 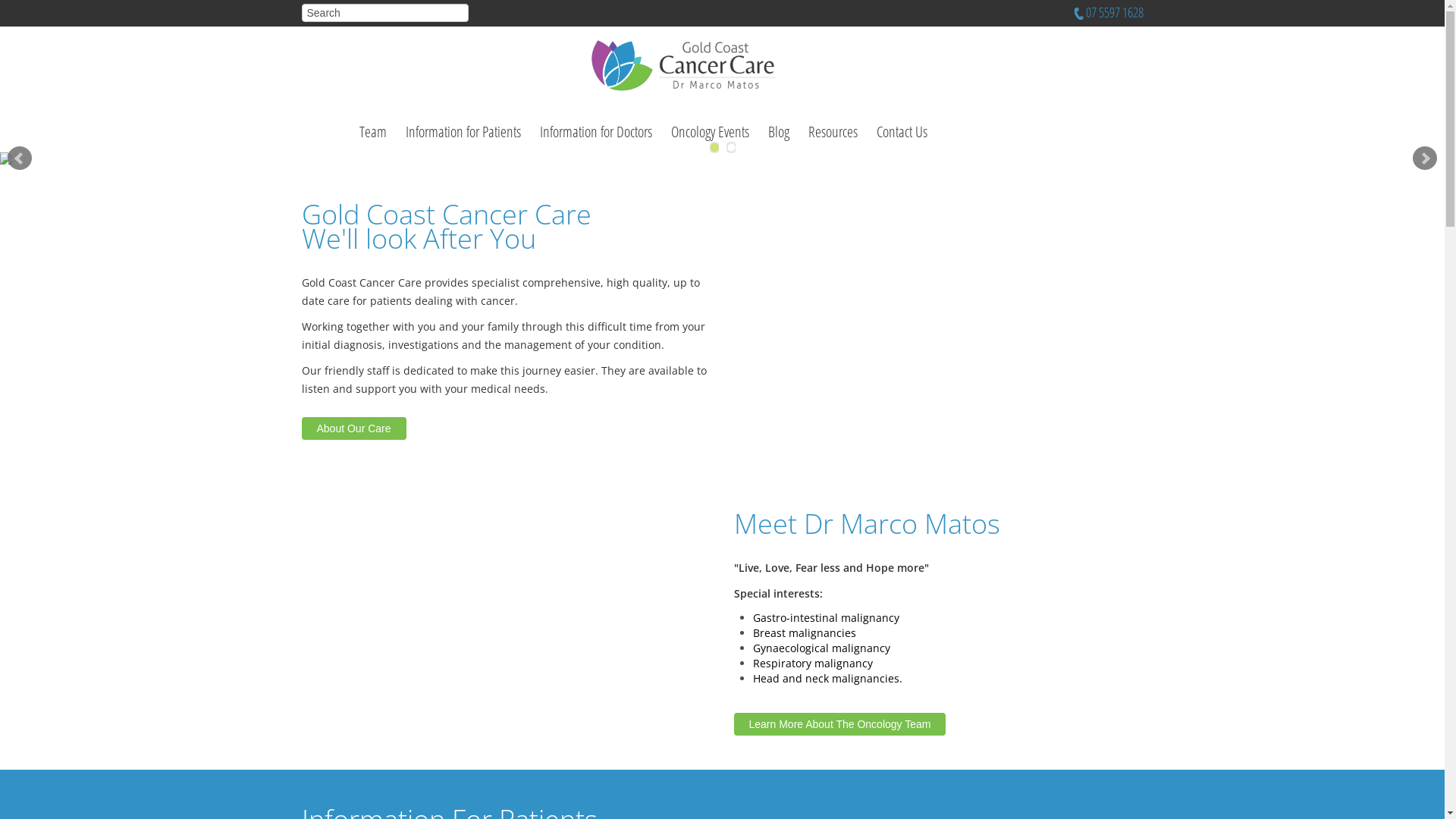 What do you see at coordinates (734, 722) in the screenshot?
I see `'Learn More About The Oncology Team'` at bounding box center [734, 722].